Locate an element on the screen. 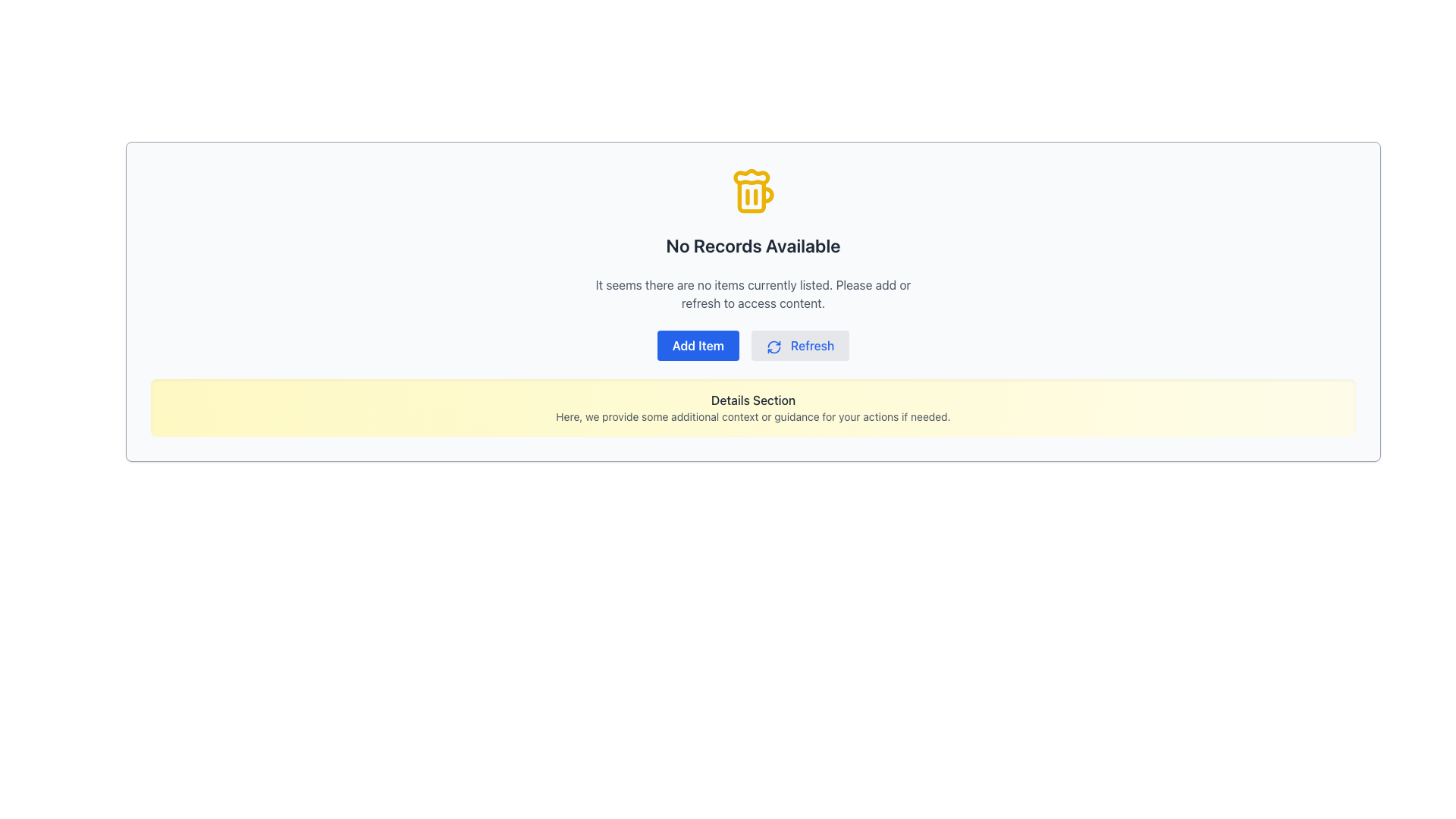  the inner vertical details of the beer icon located at the top center of the interface is located at coordinates (751, 196).